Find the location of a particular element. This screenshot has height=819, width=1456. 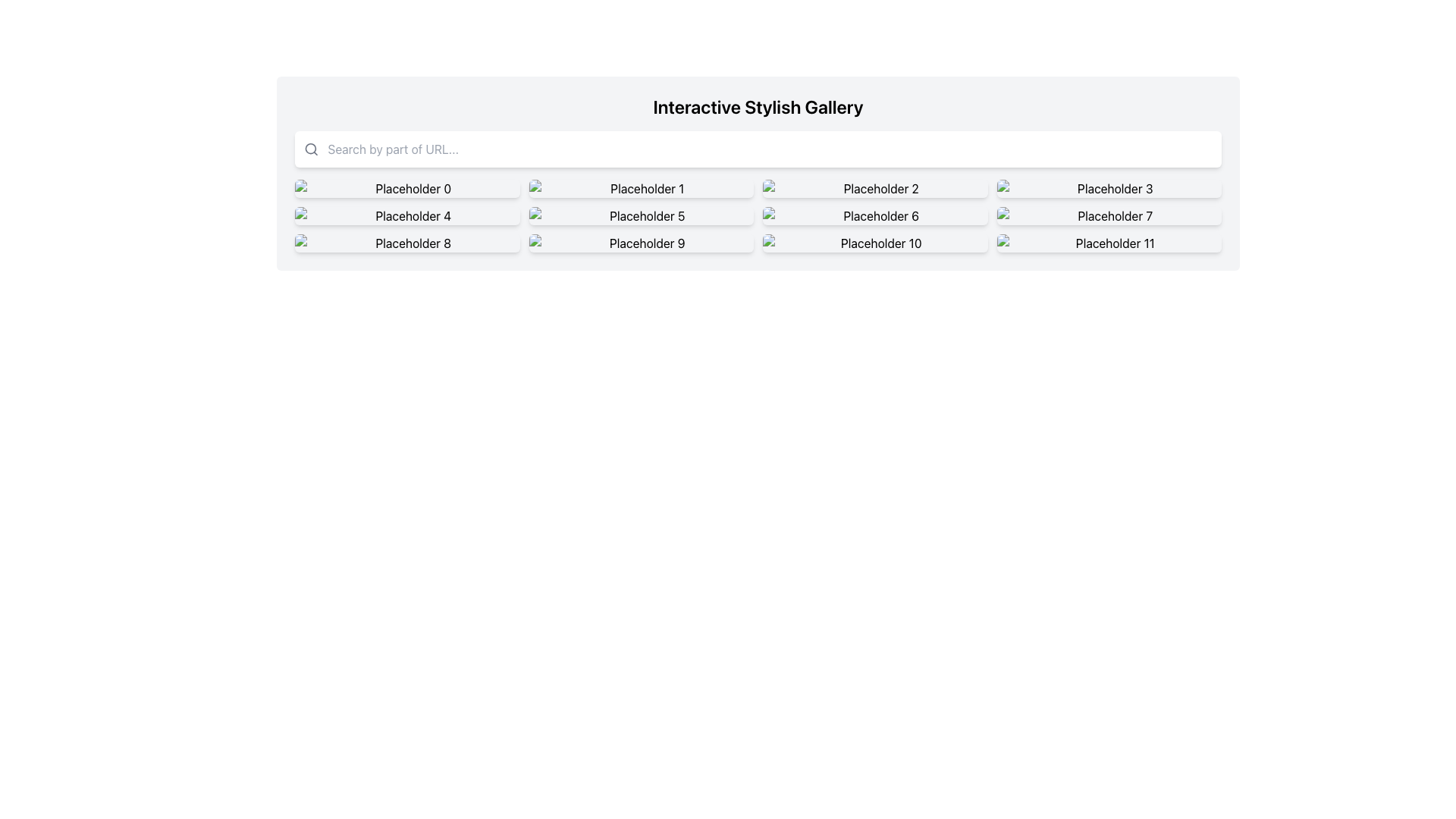

the circular component of the magnifying glass icon located to the left of the text field in the search bar, positioned in the upper-middle section of the interface is located at coordinates (309, 149).